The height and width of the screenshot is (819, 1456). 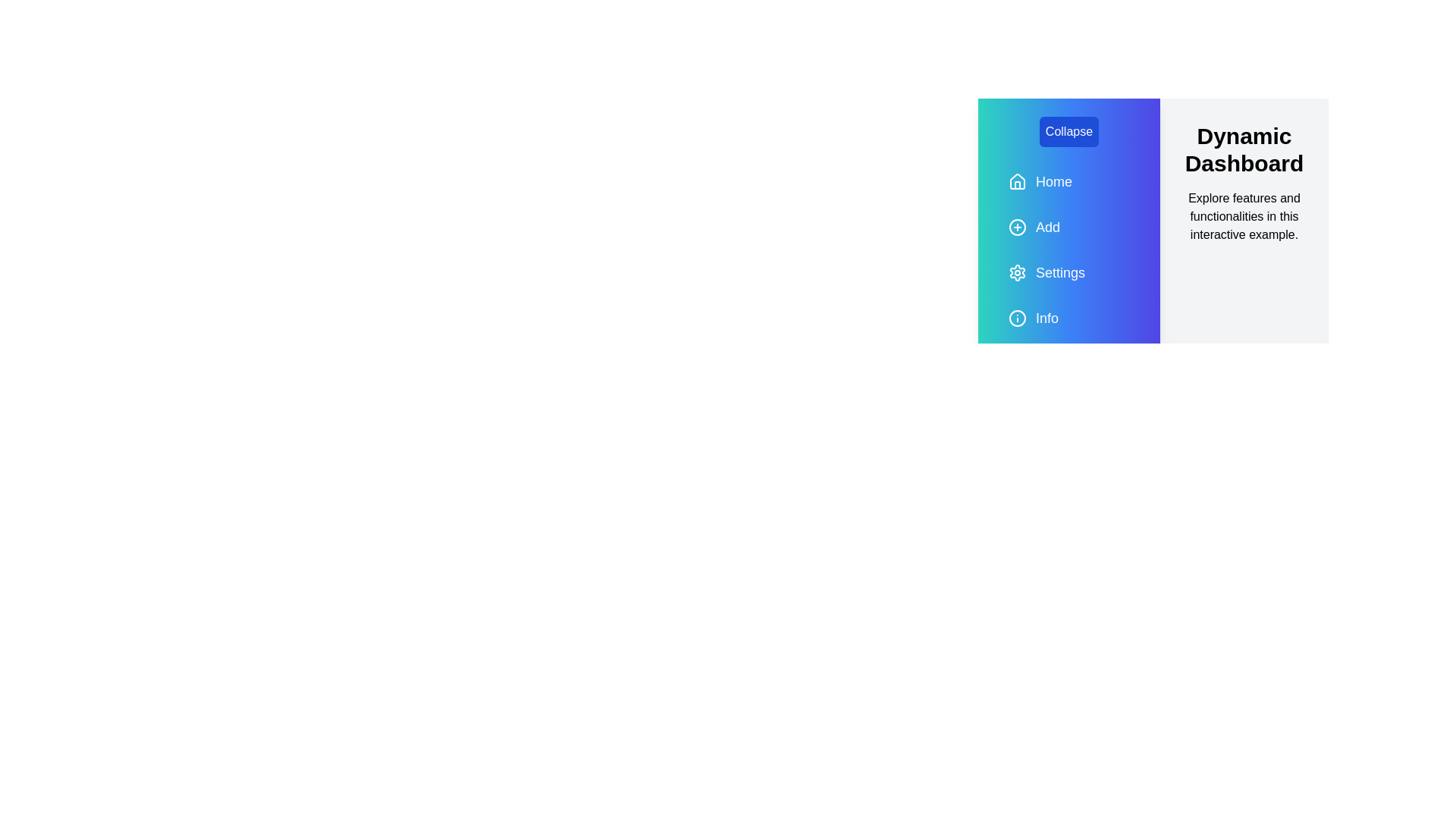 What do you see at coordinates (1068, 271) in the screenshot?
I see `the 'Settings' navigation item located in the sidebar` at bounding box center [1068, 271].